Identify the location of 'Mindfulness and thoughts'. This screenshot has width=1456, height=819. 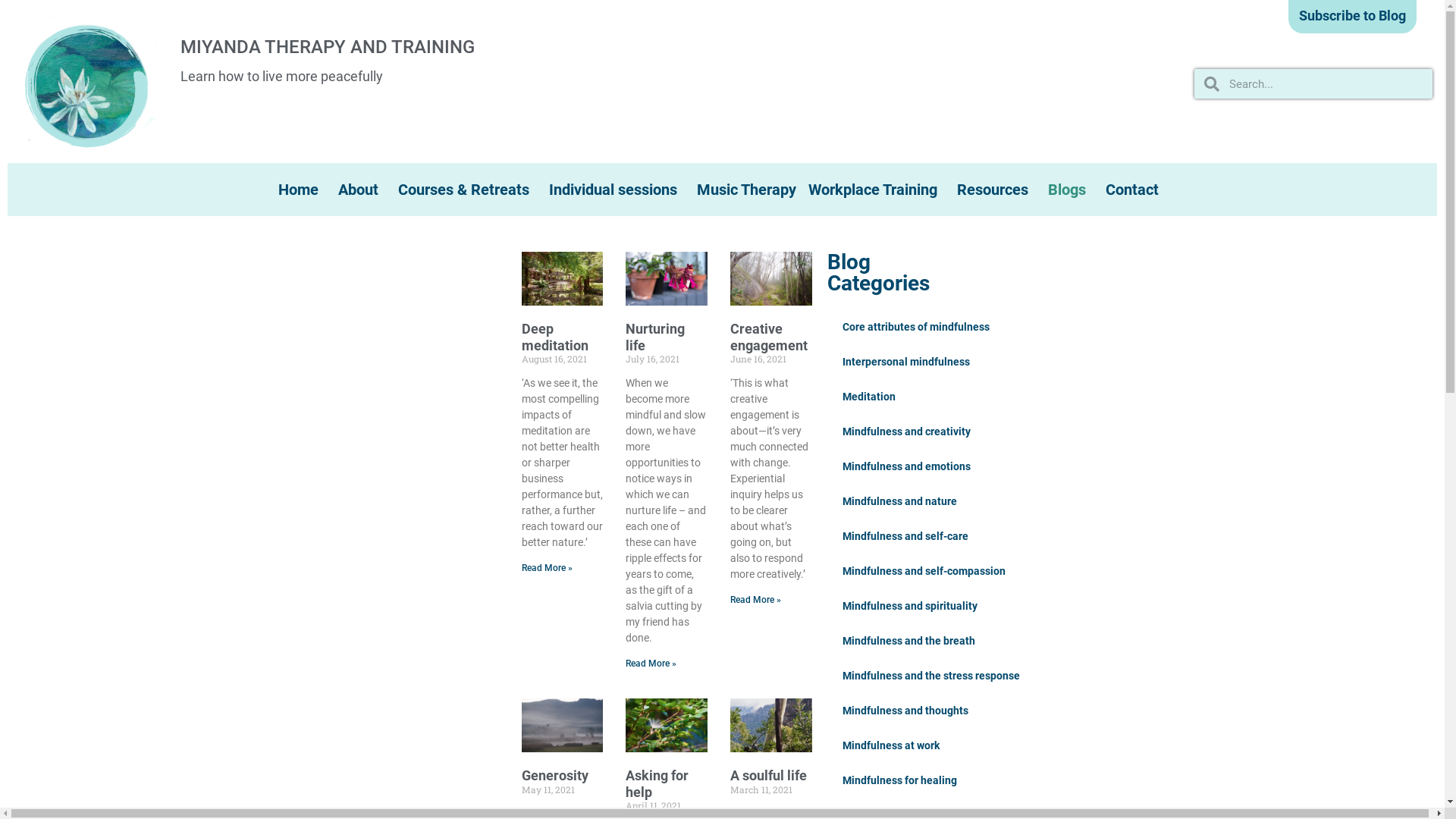
(905, 711).